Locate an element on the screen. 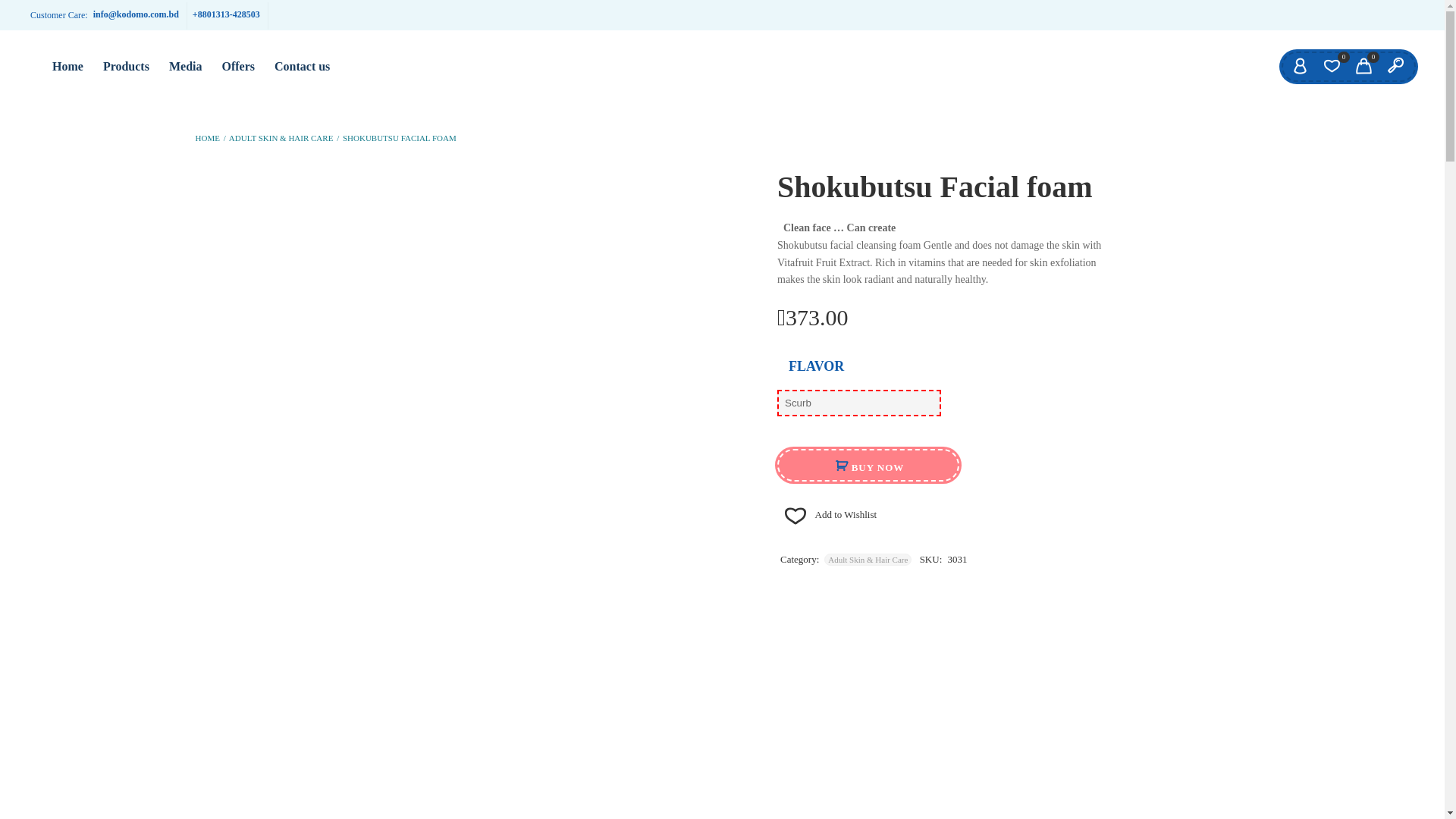  'Search' is located at coordinates (1395, 66).